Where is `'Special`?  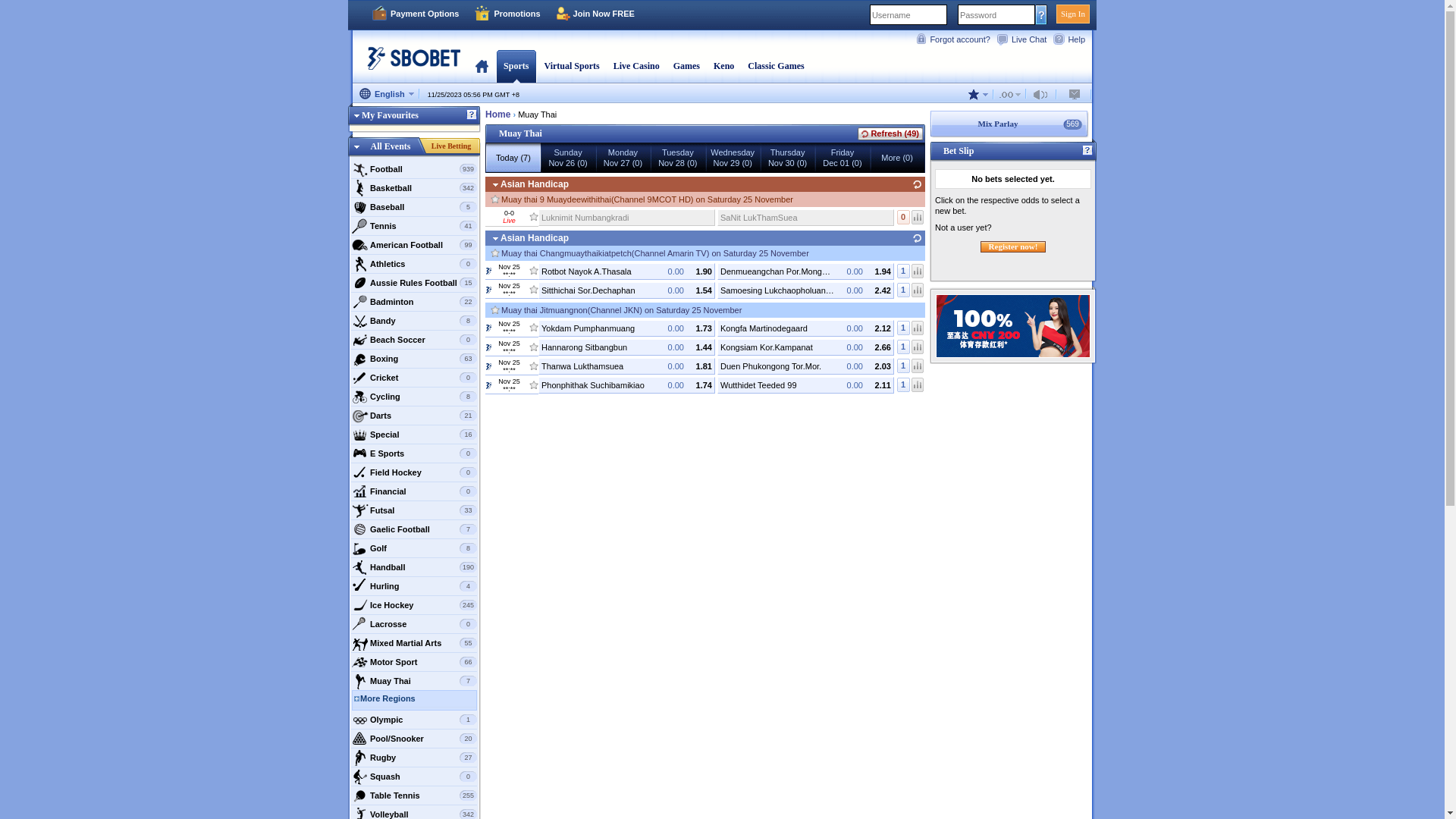
'Special is located at coordinates (414, 435).